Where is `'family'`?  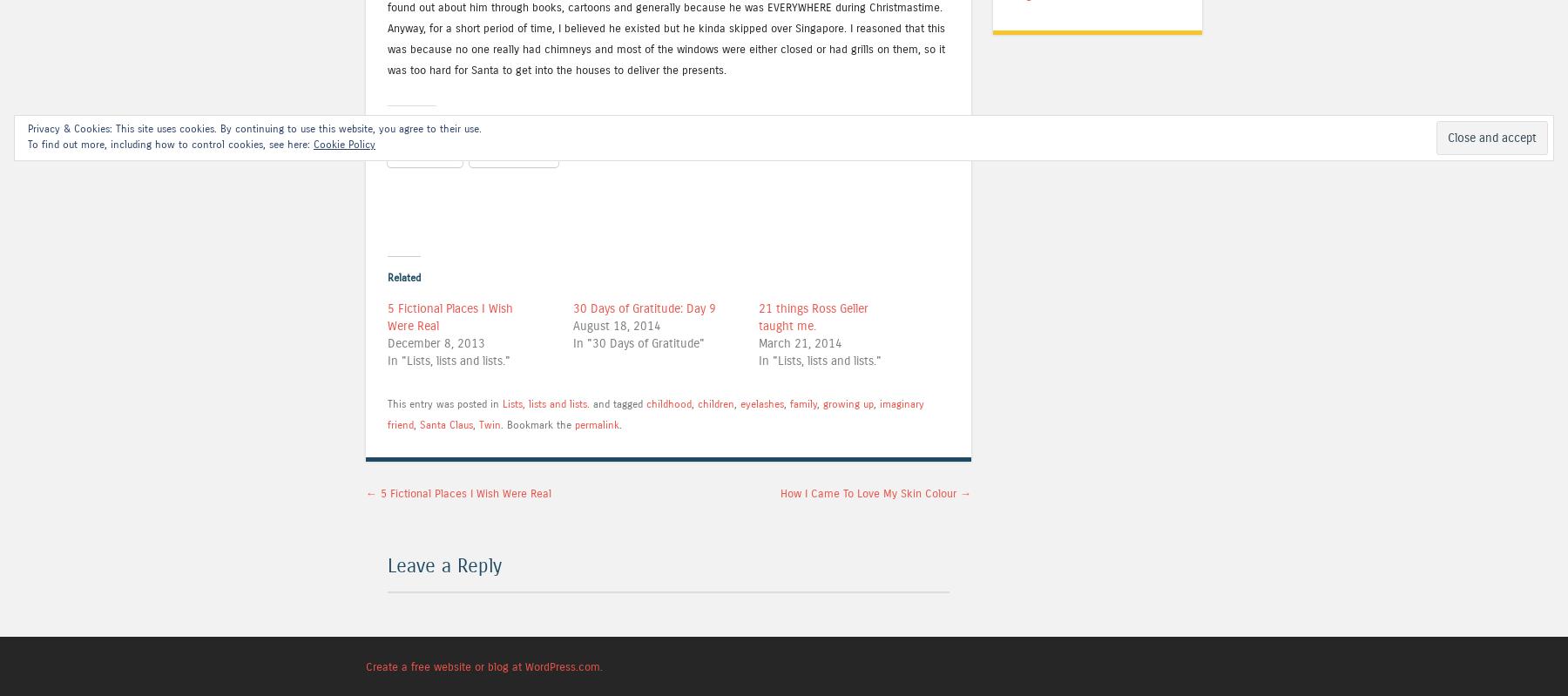 'family' is located at coordinates (802, 402).